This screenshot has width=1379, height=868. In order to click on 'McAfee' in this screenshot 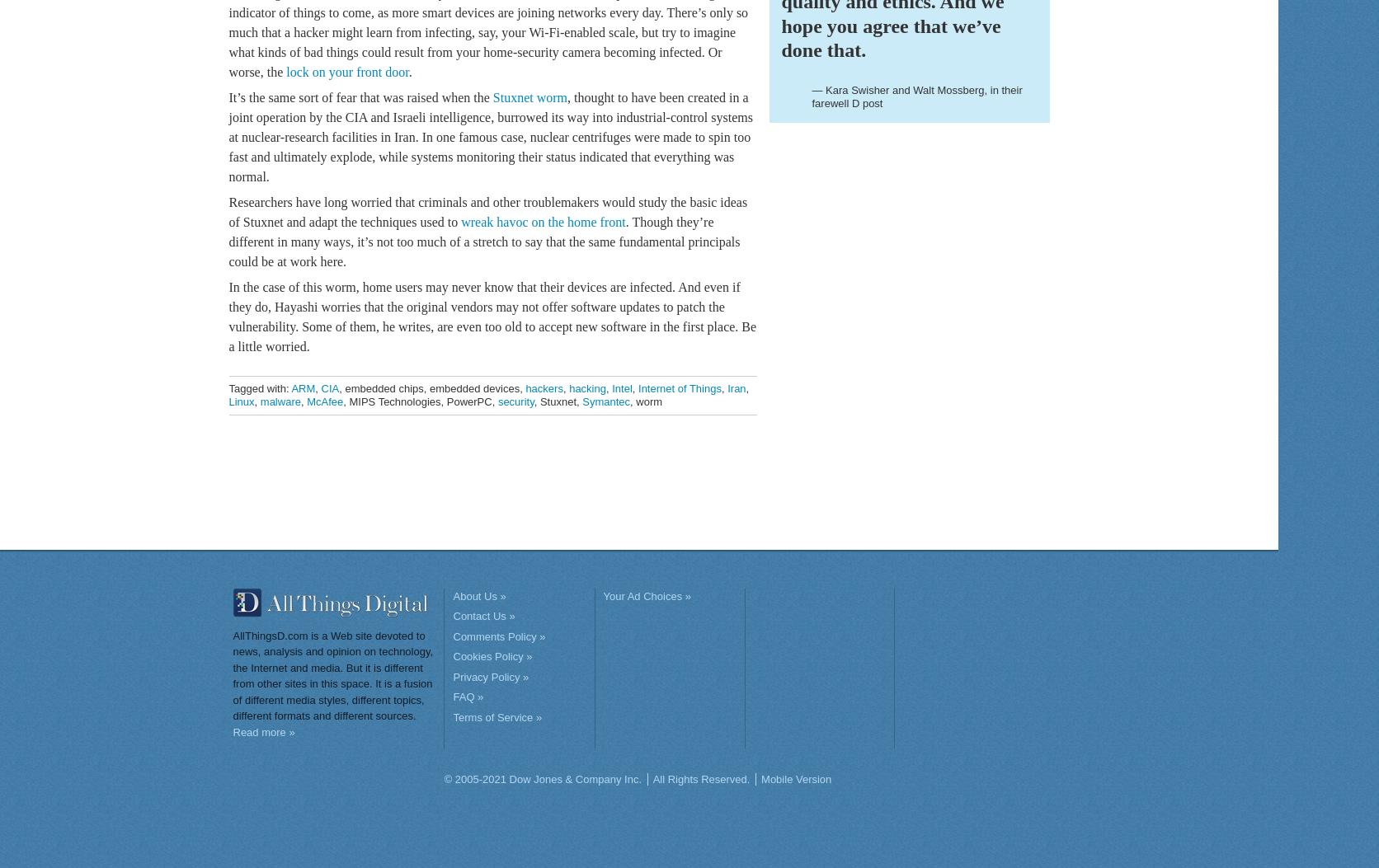, I will do `click(323, 401)`.